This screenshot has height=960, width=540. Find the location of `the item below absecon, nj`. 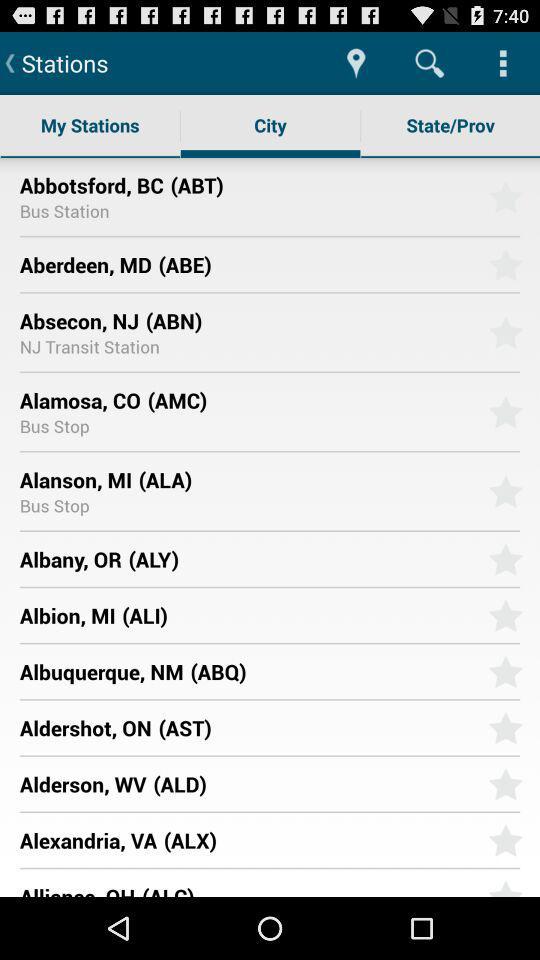

the item below absecon, nj is located at coordinates (88, 346).